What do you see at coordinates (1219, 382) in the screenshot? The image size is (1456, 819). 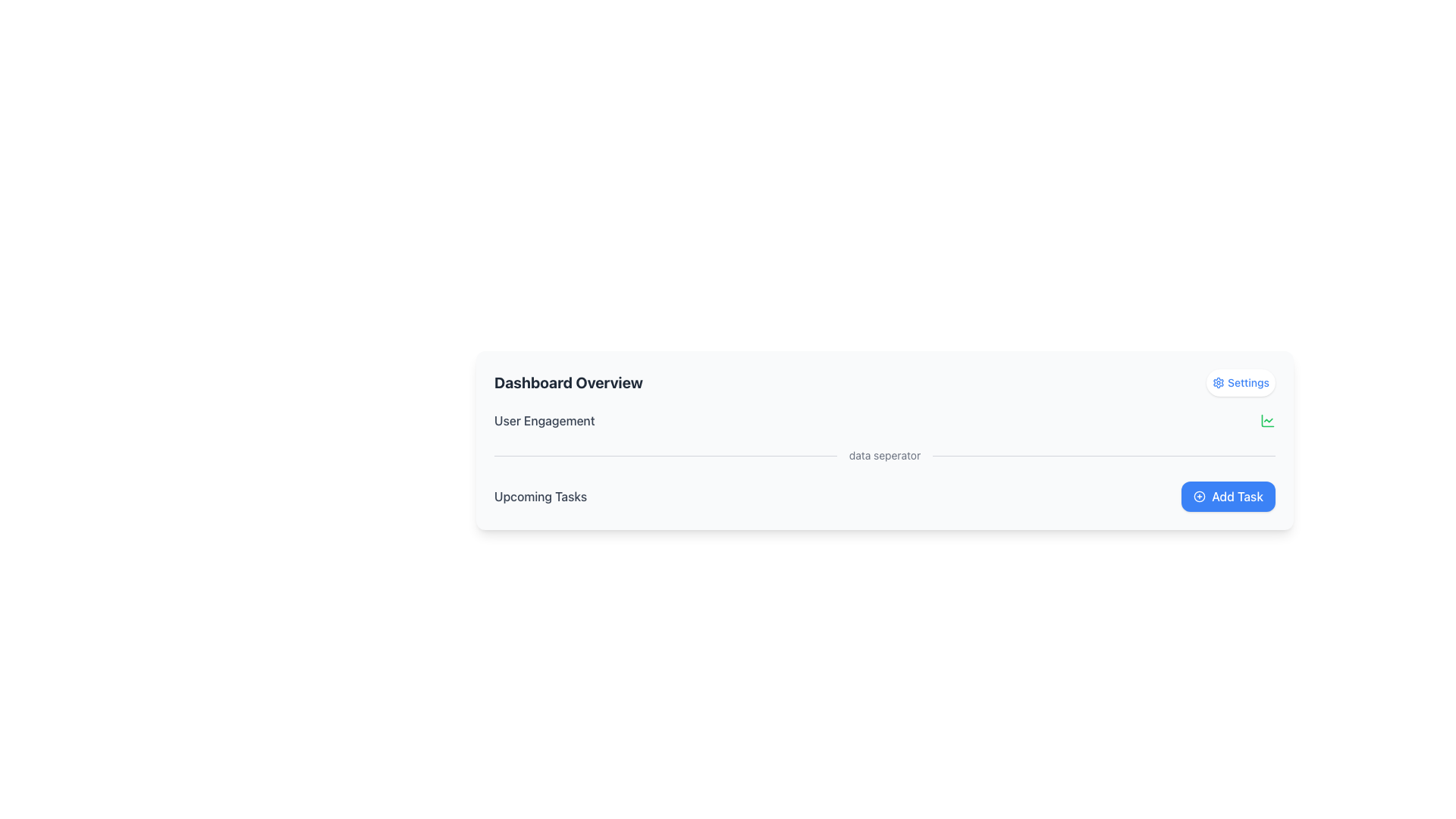 I see `the cogwheel icon located in the top-right corner of the visible card` at bounding box center [1219, 382].